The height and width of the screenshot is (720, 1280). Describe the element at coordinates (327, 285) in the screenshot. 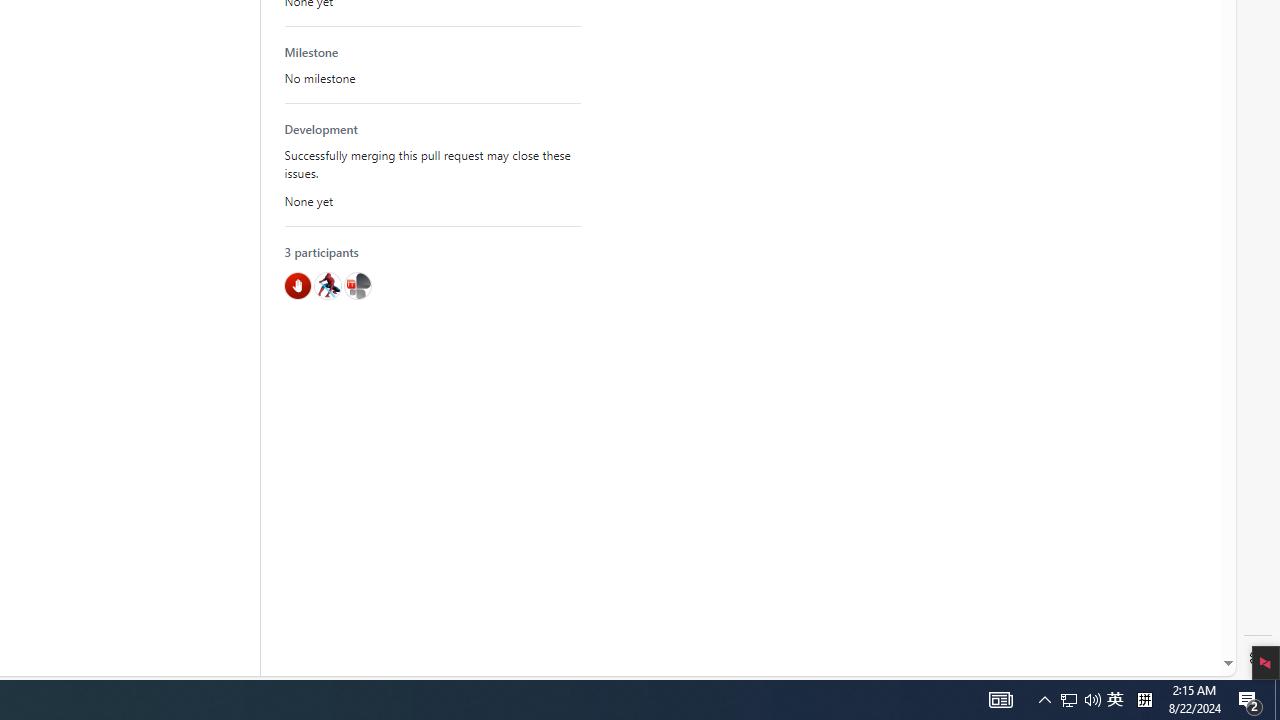

I see `'@hawkeye116477'` at that location.